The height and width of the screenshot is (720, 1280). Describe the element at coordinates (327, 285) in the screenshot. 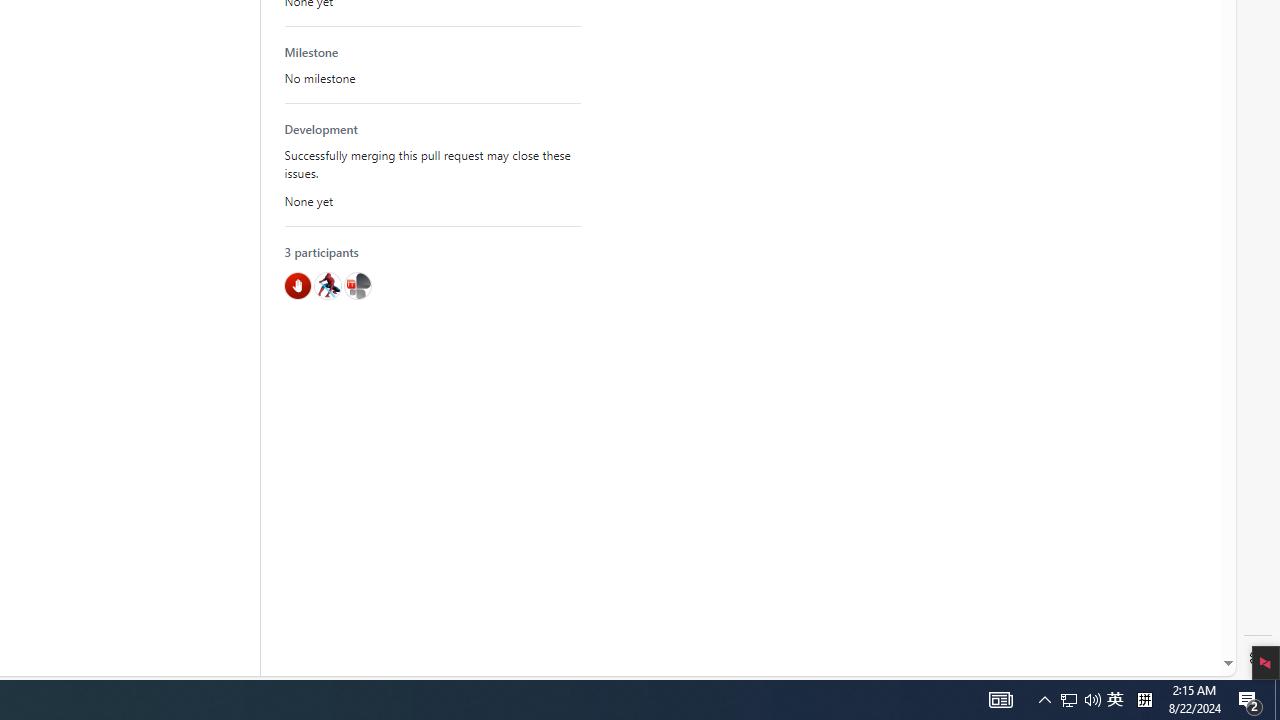

I see `'@hawkeye116477'` at that location.